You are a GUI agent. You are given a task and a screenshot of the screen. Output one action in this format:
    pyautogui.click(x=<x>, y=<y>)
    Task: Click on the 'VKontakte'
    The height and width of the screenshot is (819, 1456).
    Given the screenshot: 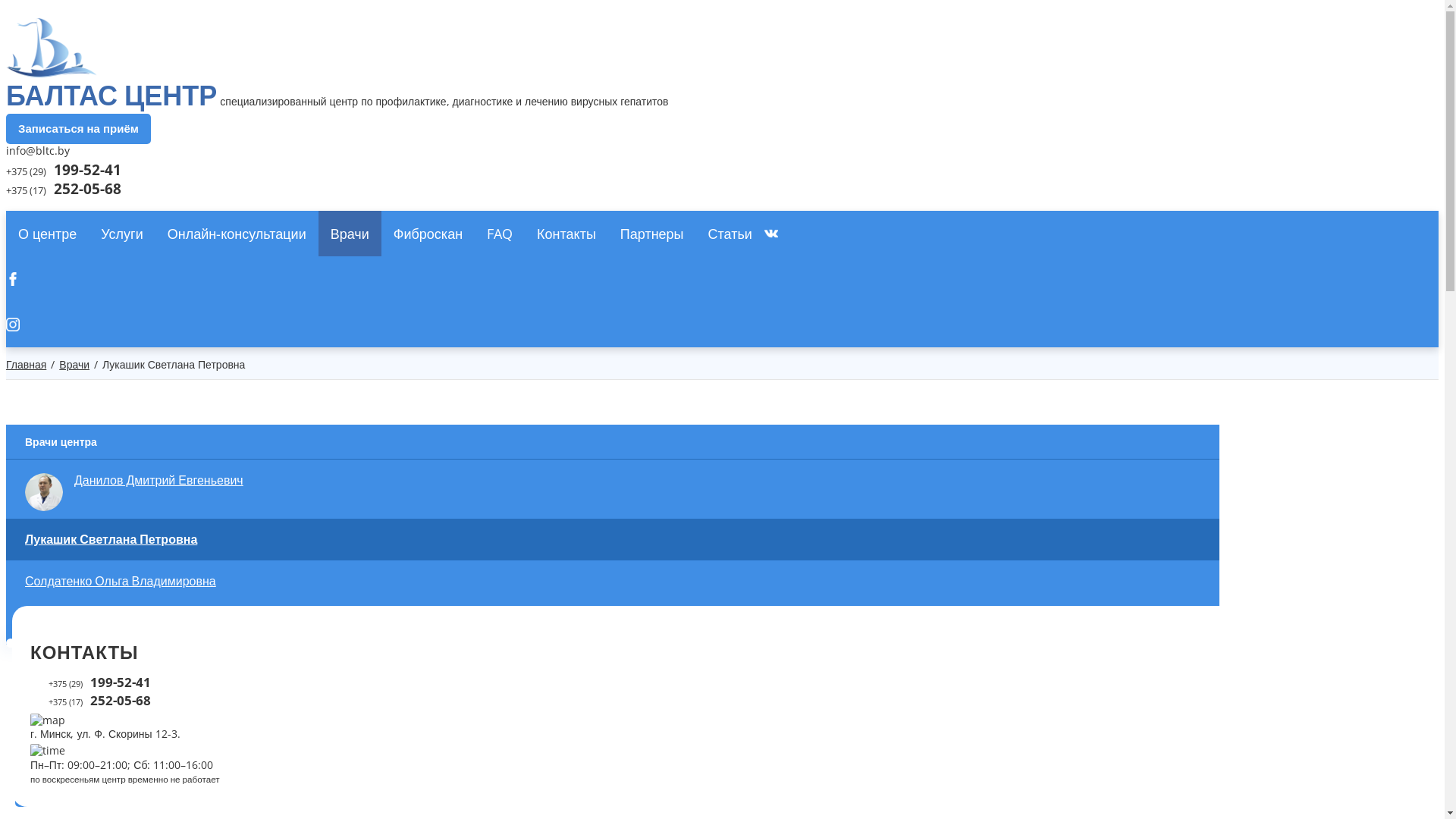 What is the action you would take?
    pyautogui.click(x=612, y=234)
    